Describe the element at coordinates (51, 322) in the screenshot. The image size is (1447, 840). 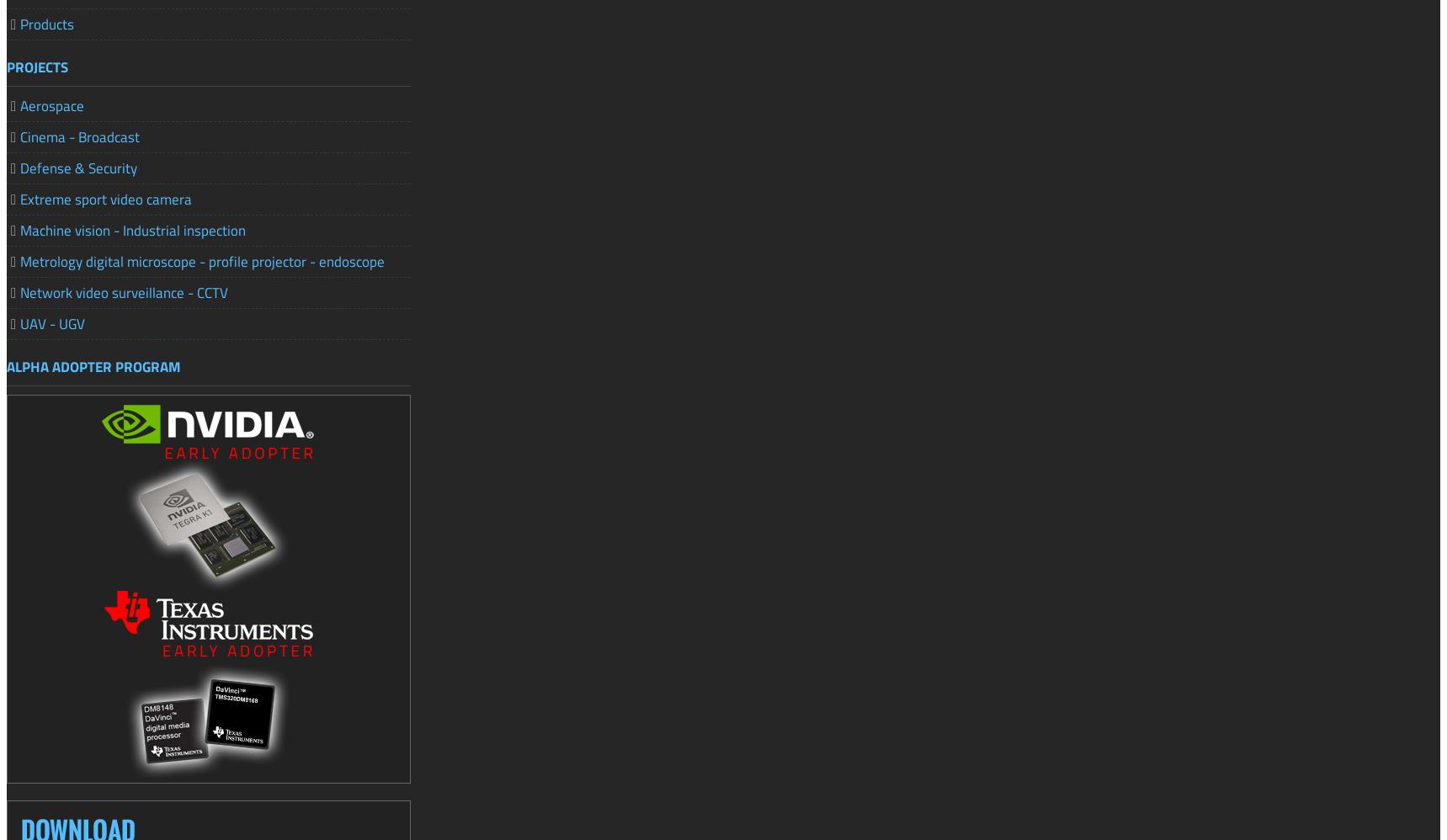
I see `'UAV - UGV'` at that location.